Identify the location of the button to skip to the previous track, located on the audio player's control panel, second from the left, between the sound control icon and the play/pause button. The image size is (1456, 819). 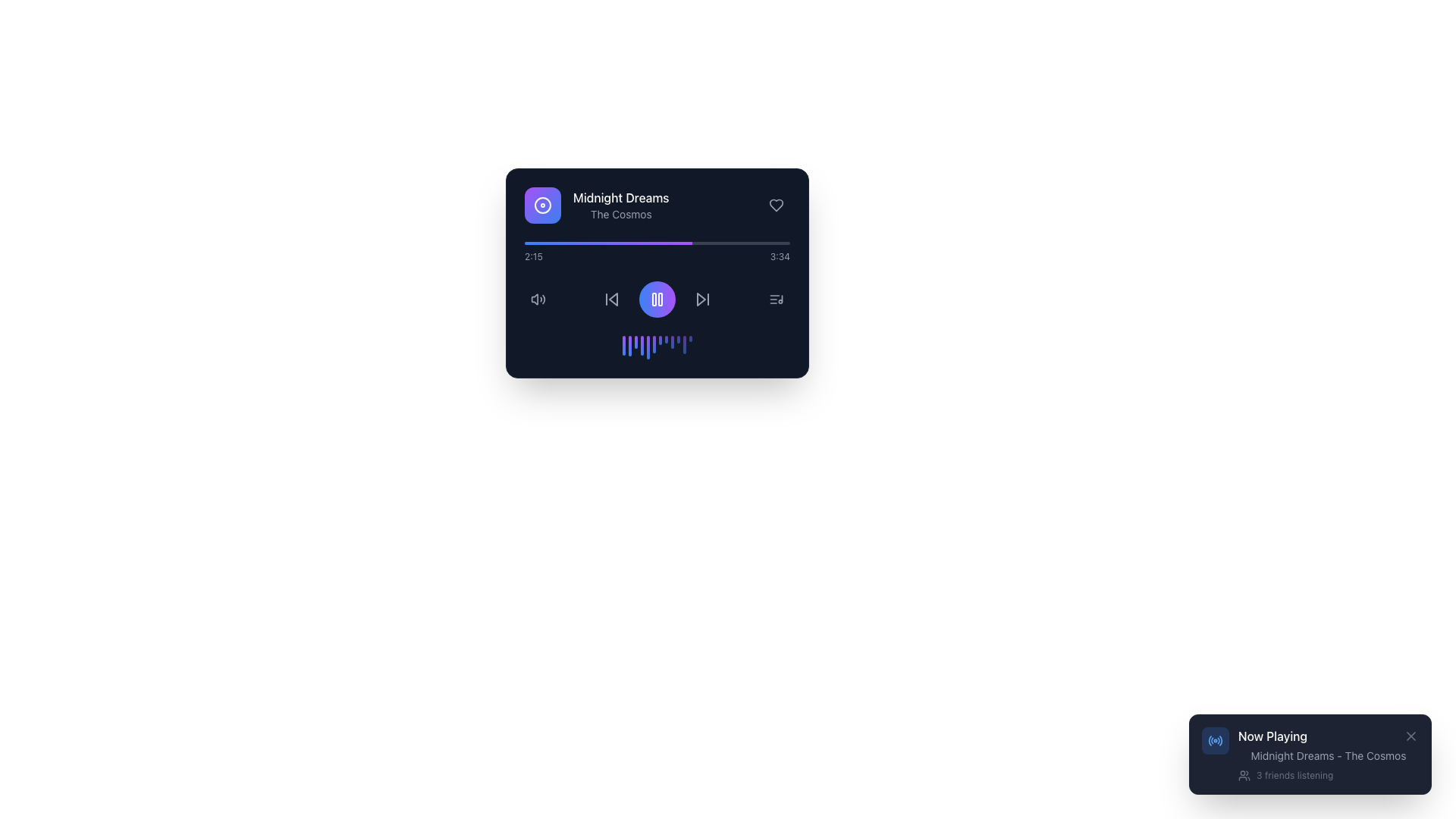
(611, 299).